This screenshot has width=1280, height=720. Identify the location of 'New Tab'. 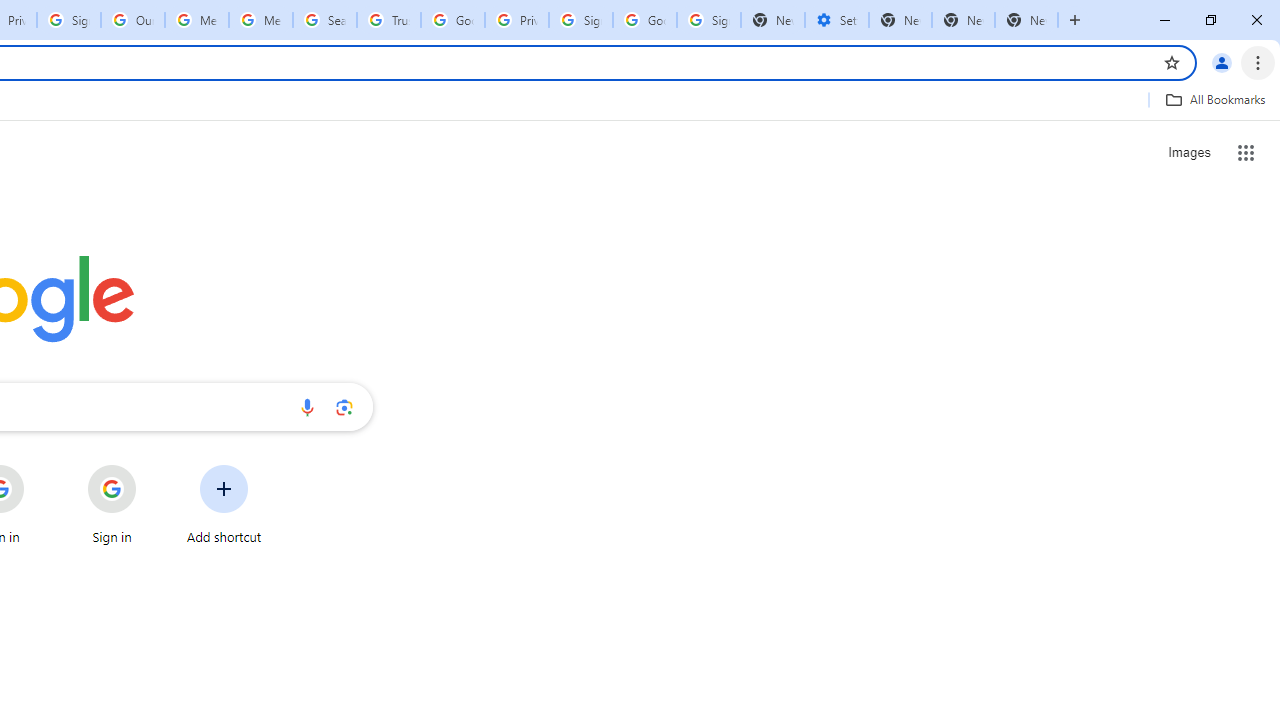
(1026, 20).